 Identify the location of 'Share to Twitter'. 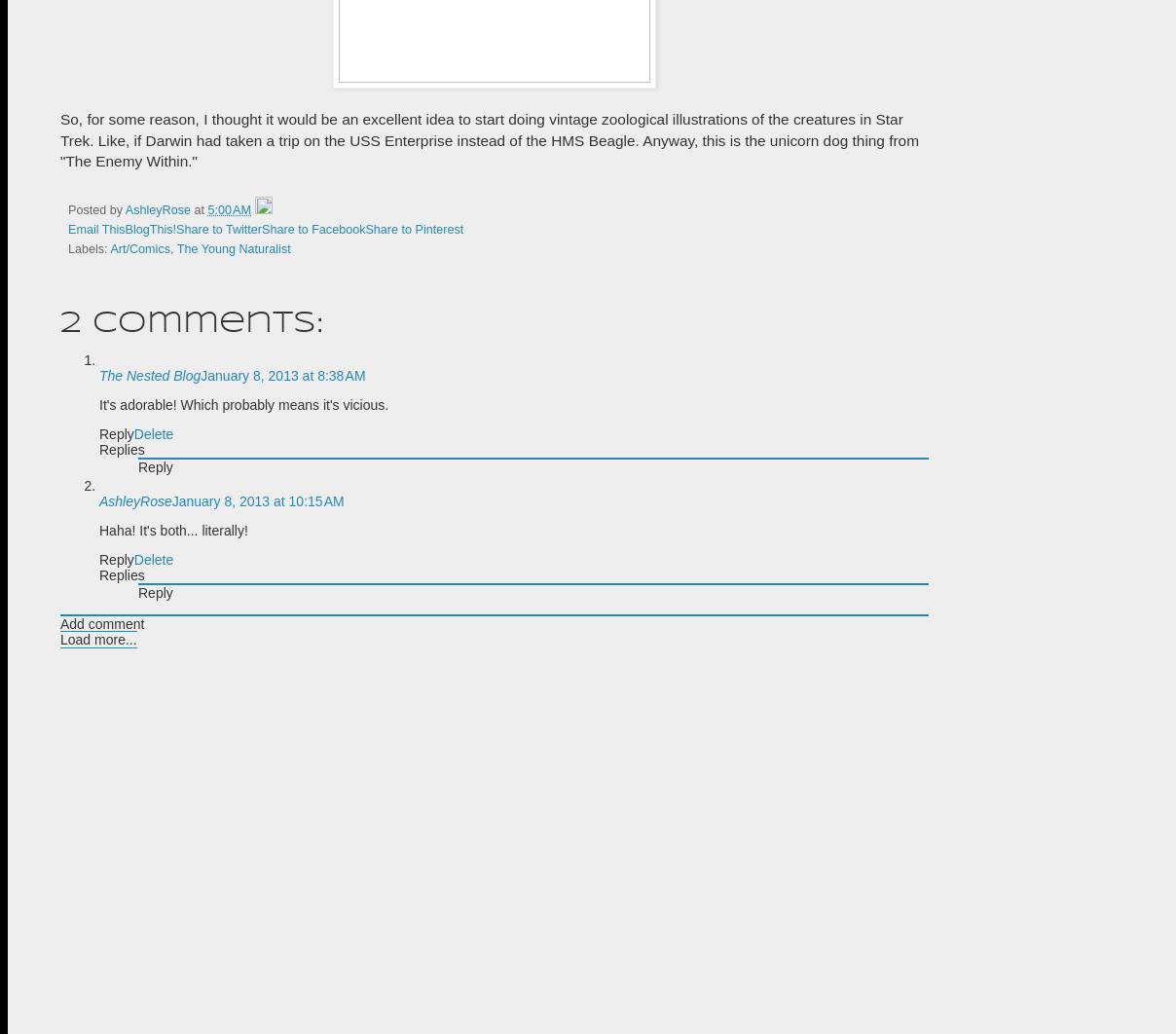
(219, 229).